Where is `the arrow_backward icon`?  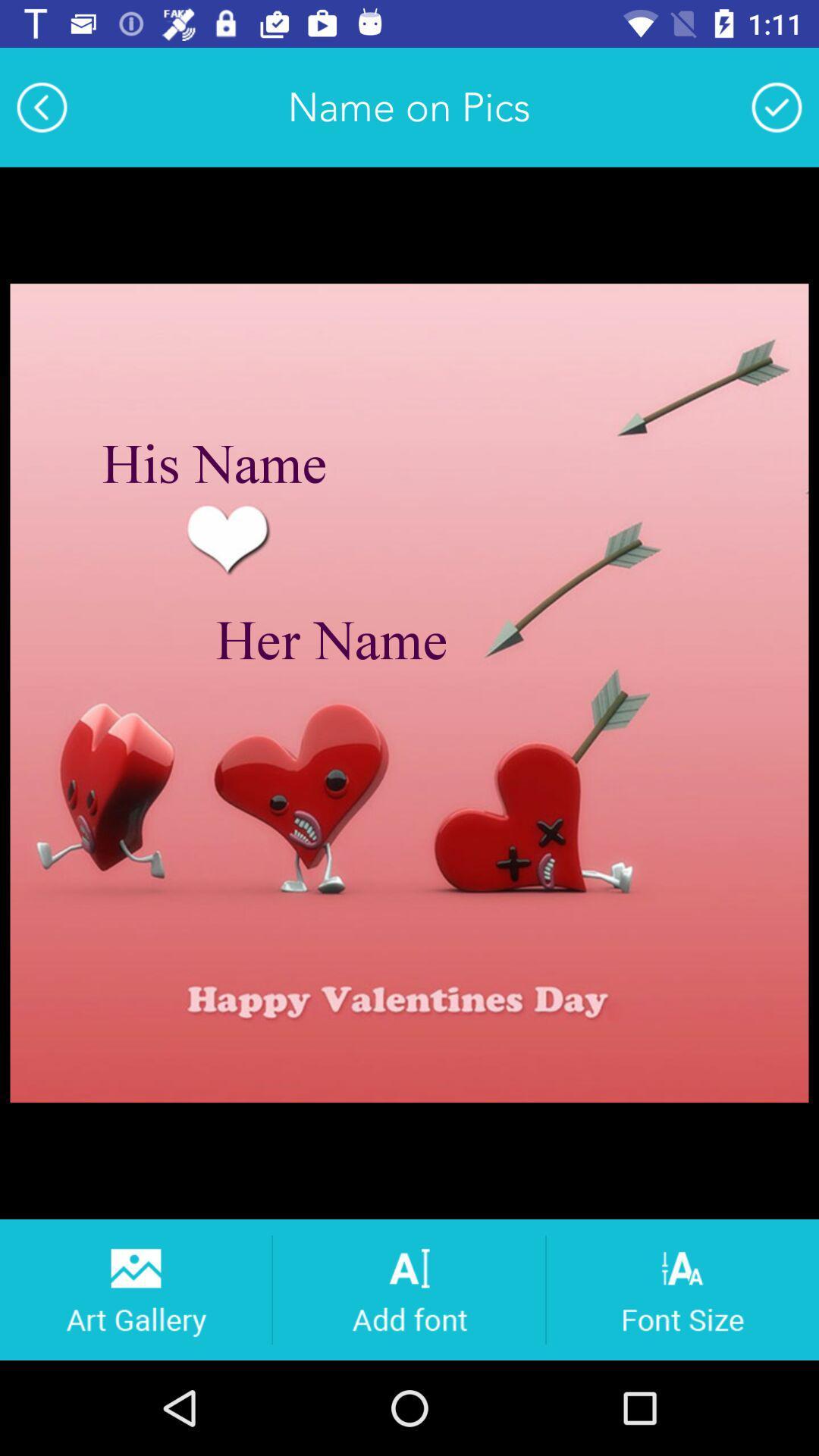
the arrow_backward icon is located at coordinates (41, 106).